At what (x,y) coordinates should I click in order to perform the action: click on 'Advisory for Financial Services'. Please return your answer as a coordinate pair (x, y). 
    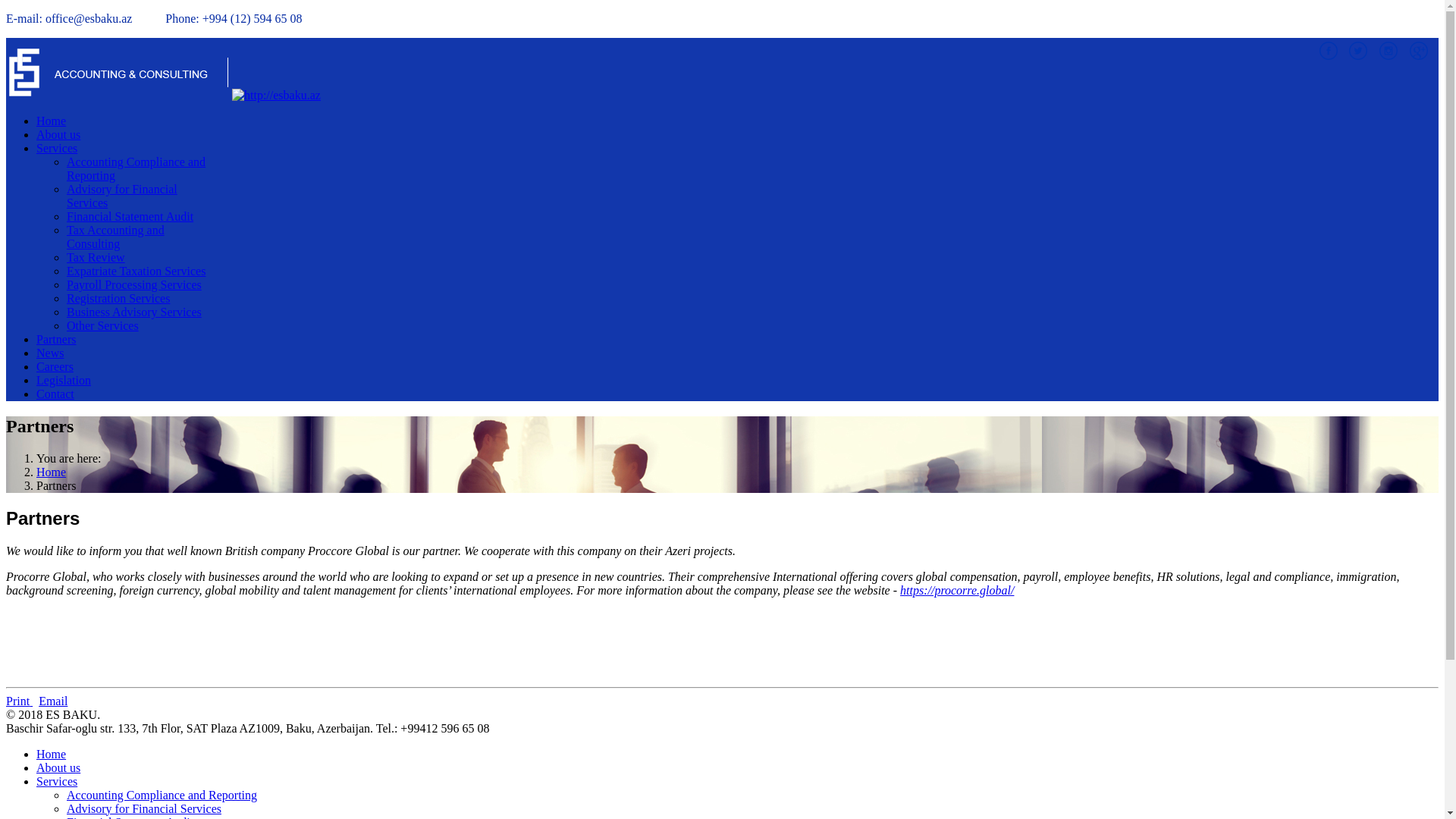
    Looking at the image, I should click on (144, 808).